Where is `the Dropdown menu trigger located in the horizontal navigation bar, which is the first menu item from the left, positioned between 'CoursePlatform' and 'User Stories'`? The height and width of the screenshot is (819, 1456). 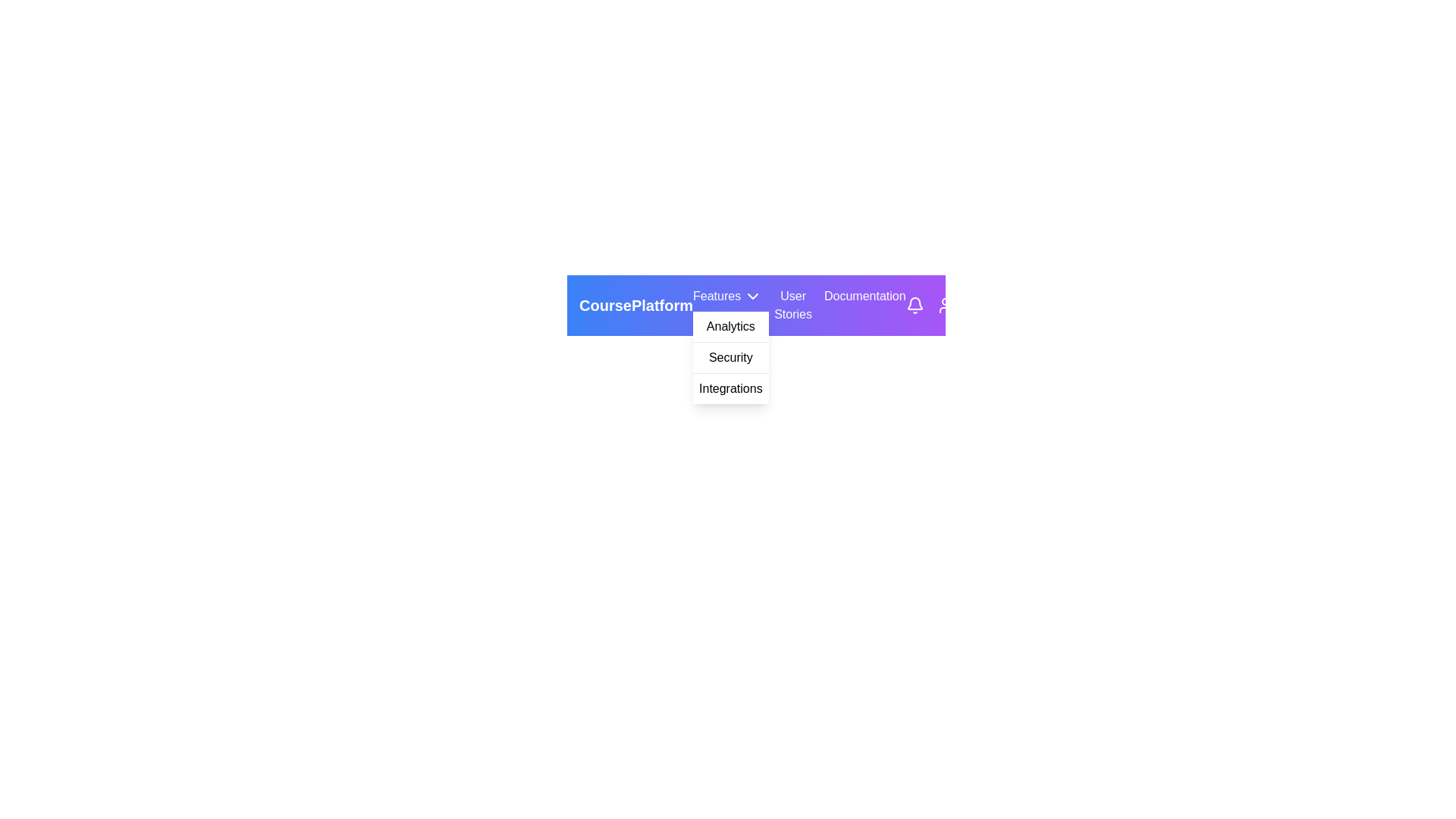
the Dropdown menu trigger located in the horizontal navigation bar, which is the first menu item from the left, positioned between 'CoursePlatform' and 'User Stories' is located at coordinates (726, 305).